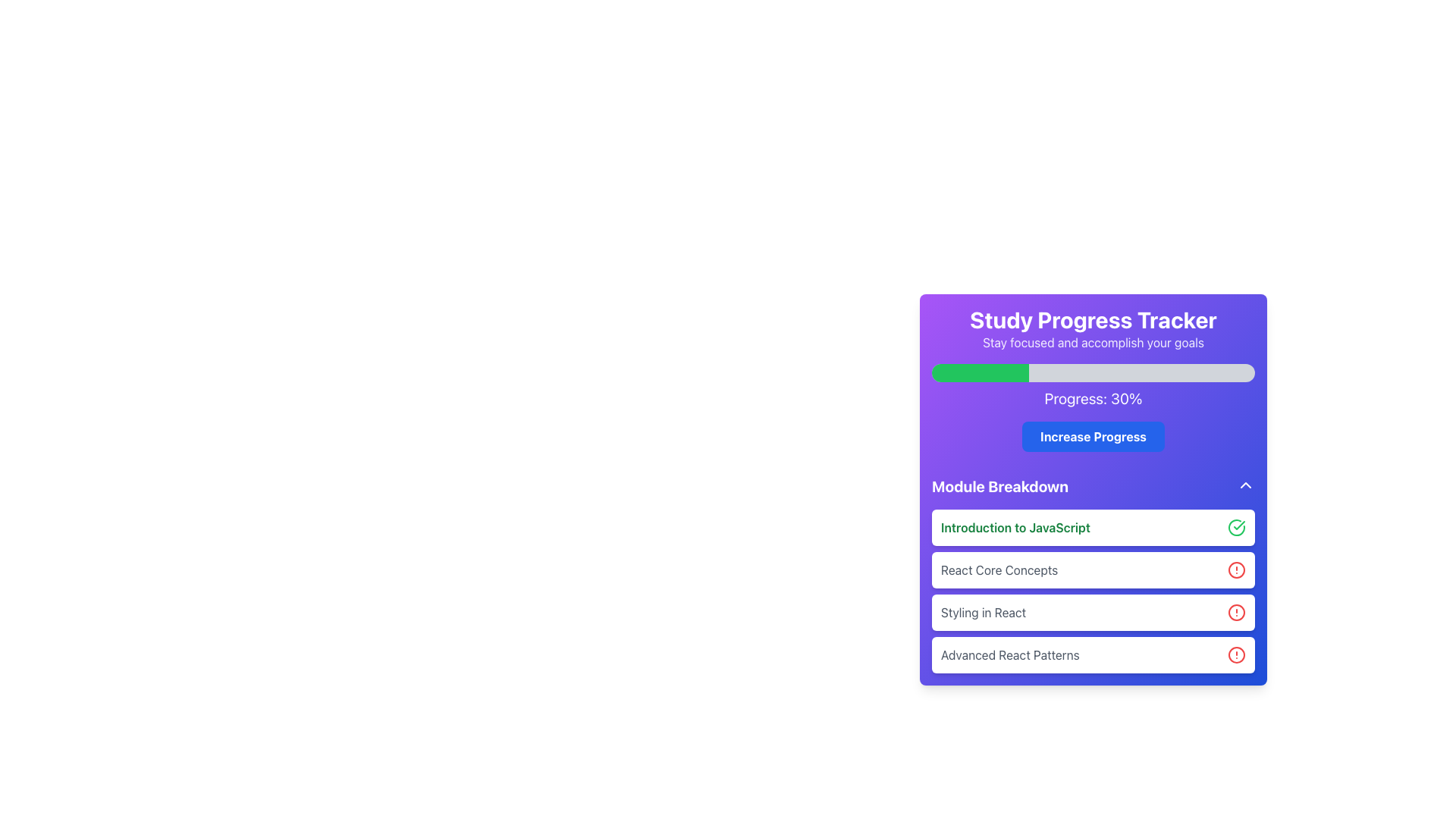 The height and width of the screenshot is (819, 1456). What do you see at coordinates (1093, 575) in the screenshot?
I see `the second list item element titled 'React Core Concepts' in the 'Module Breakdown' section` at bounding box center [1093, 575].